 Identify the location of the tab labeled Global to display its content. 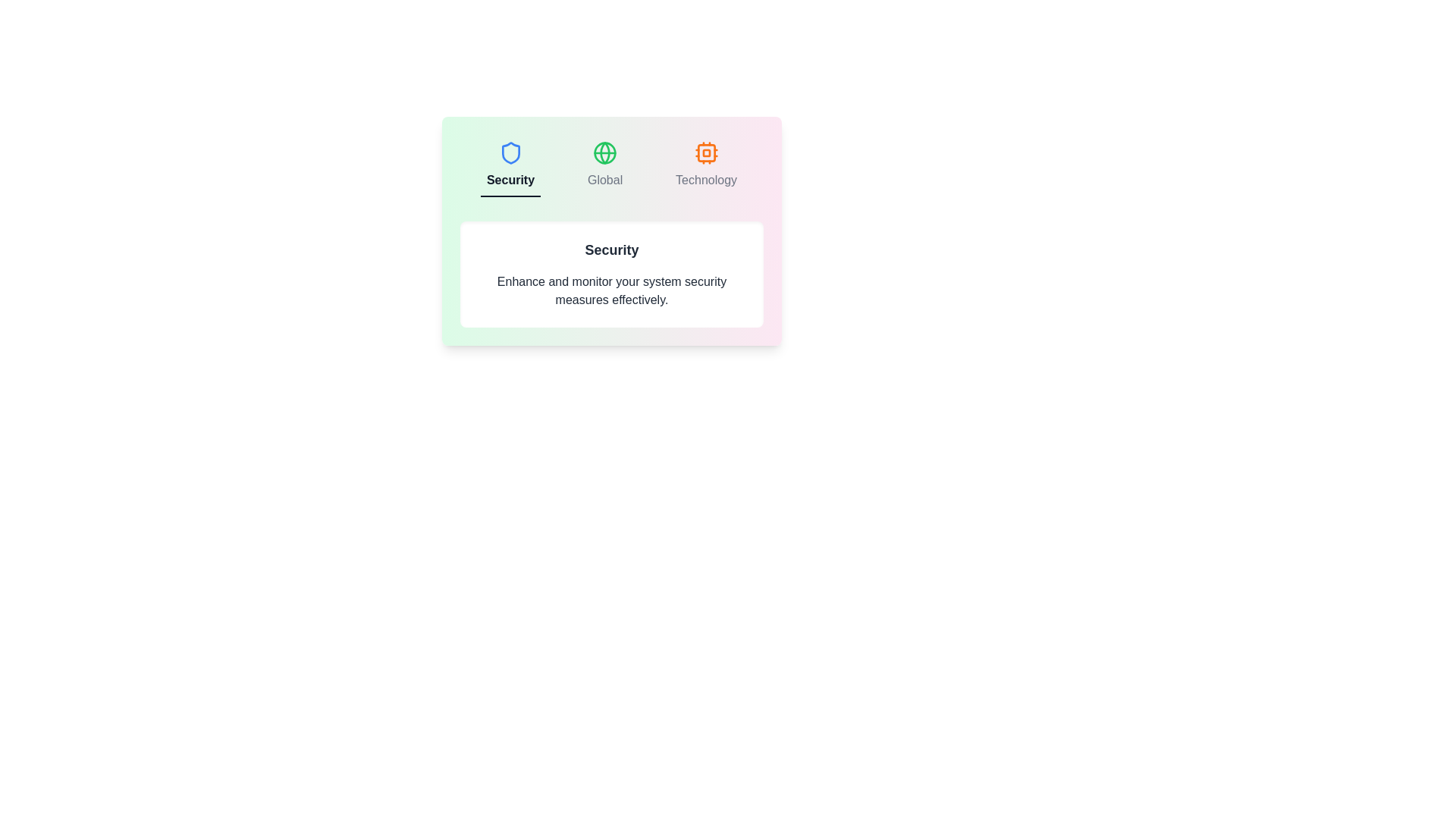
(604, 166).